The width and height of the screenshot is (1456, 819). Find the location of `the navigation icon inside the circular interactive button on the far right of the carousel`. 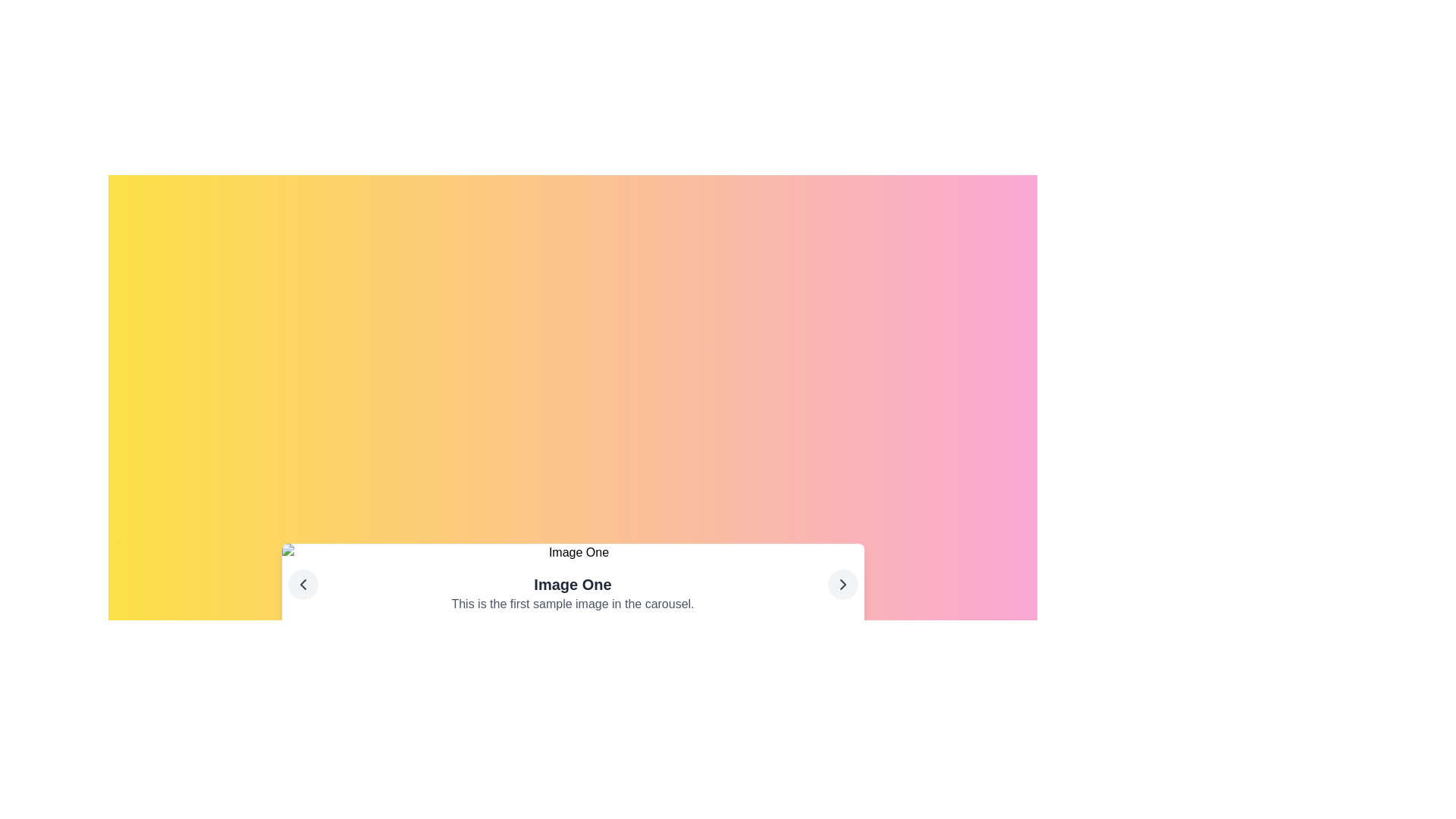

the navigation icon inside the circular interactive button on the far right of the carousel is located at coordinates (842, 584).